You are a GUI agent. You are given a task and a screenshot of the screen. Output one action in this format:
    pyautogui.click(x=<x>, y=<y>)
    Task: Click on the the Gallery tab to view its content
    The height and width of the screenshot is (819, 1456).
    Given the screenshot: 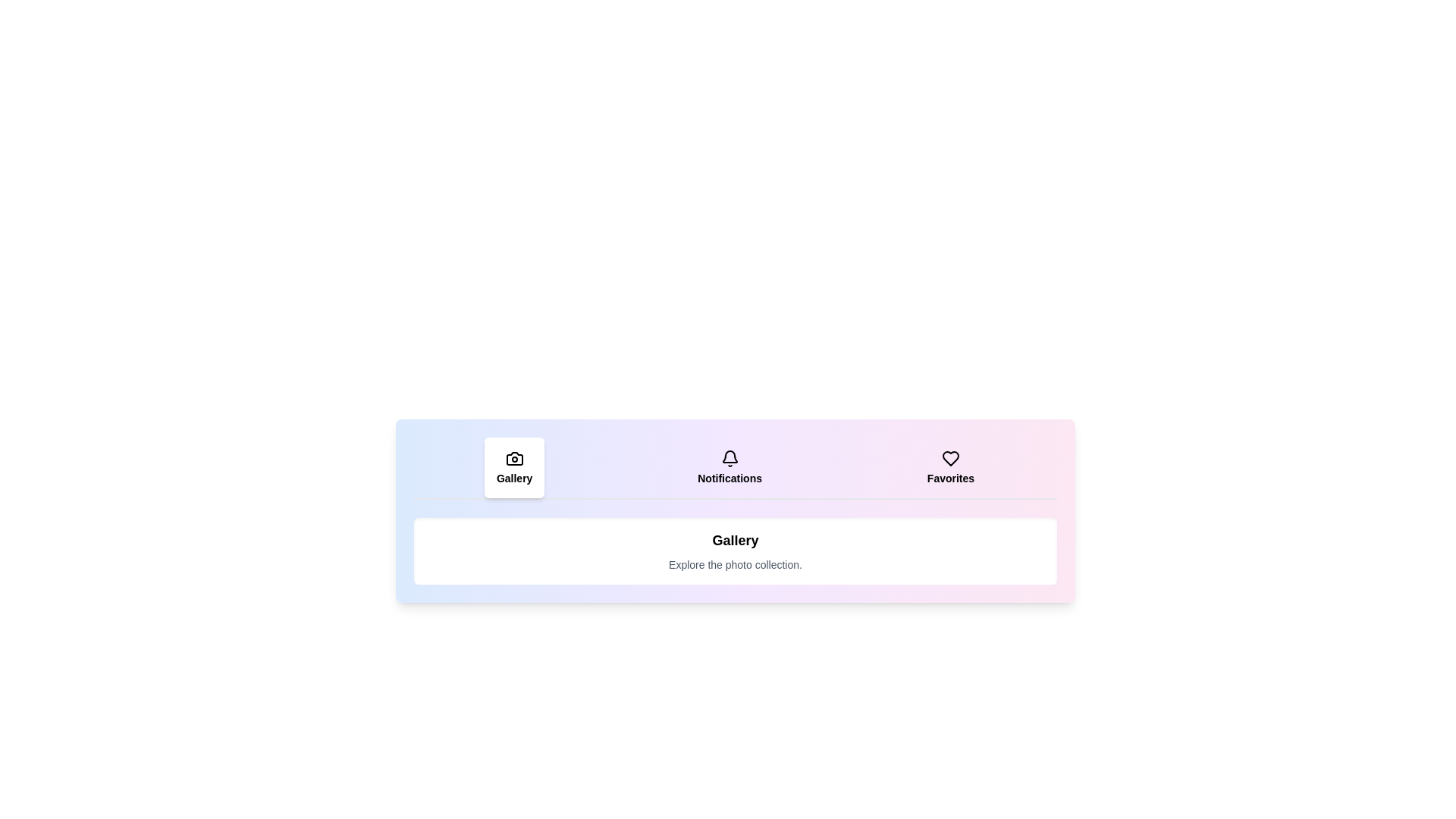 What is the action you would take?
    pyautogui.click(x=514, y=467)
    